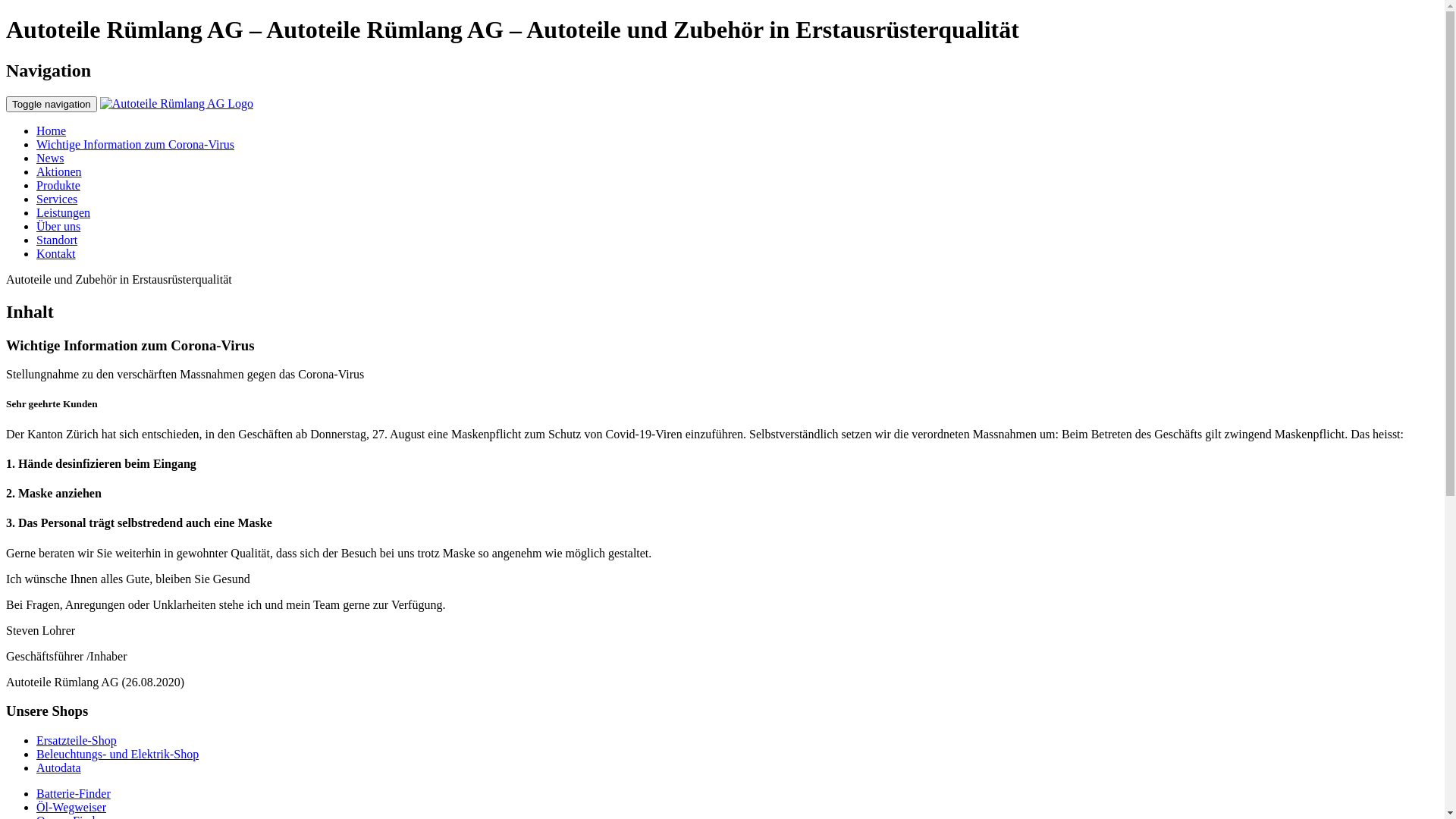 The image size is (1456, 819). Describe the element at coordinates (135, 144) in the screenshot. I see `'Wichtige Information zum Corona-Virus'` at that location.